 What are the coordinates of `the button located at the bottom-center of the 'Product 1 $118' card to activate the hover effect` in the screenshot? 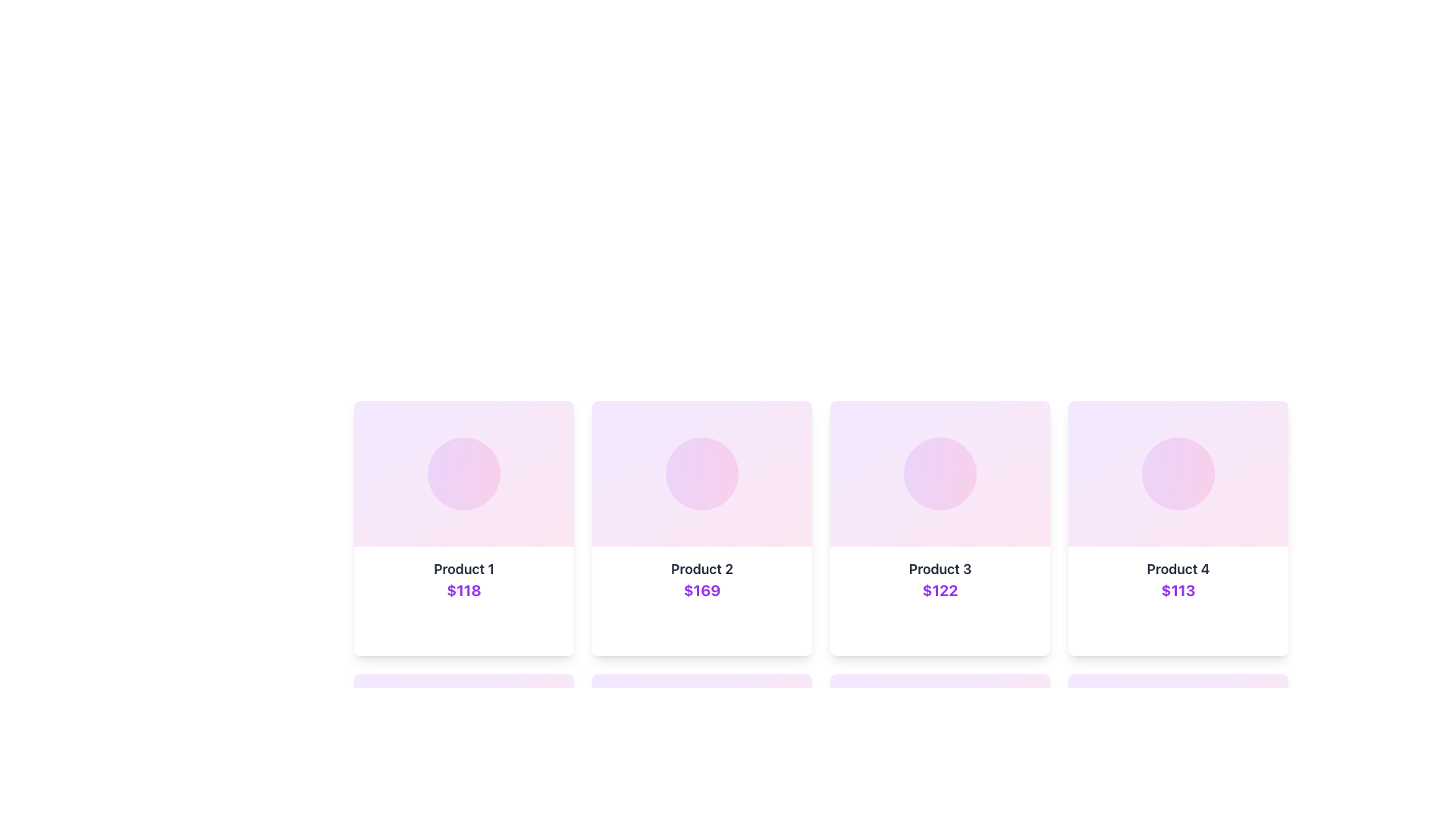 It's located at (463, 629).